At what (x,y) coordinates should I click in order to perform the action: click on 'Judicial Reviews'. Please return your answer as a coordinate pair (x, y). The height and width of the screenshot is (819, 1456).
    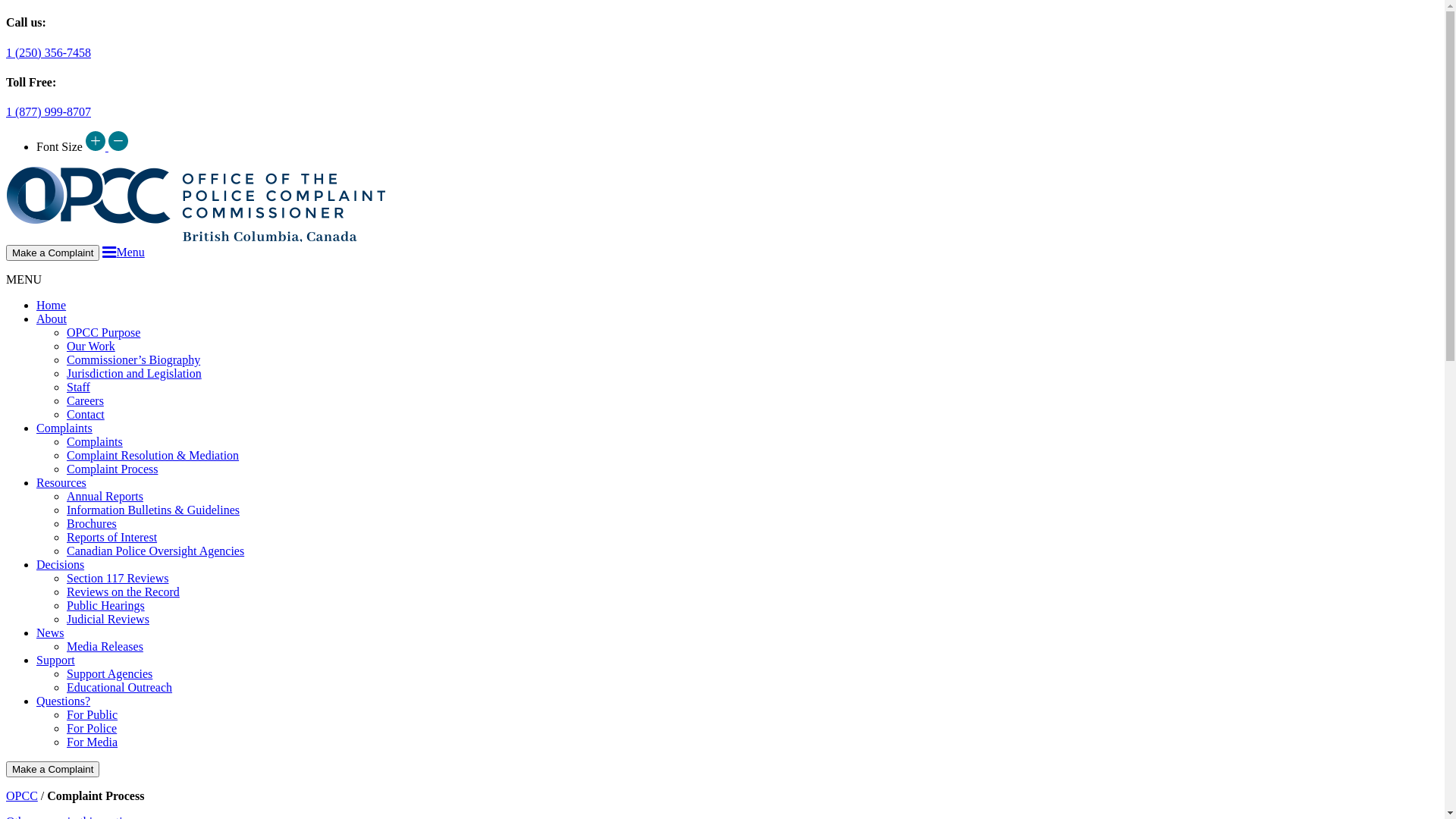
    Looking at the image, I should click on (65, 619).